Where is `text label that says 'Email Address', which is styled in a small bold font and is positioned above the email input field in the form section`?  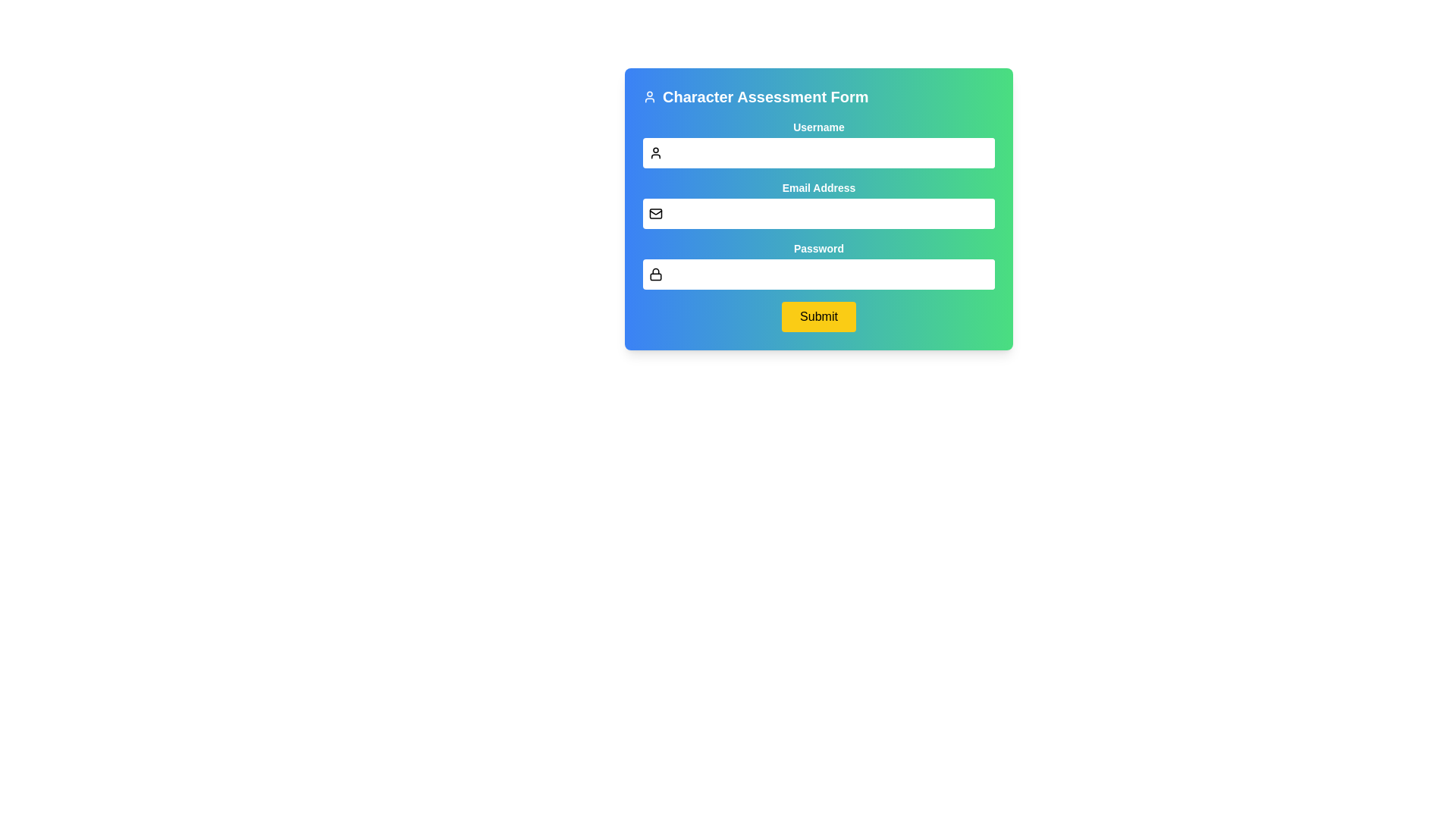
text label that says 'Email Address', which is styled in a small bold font and is positioned above the email input field in the form section is located at coordinates (818, 187).